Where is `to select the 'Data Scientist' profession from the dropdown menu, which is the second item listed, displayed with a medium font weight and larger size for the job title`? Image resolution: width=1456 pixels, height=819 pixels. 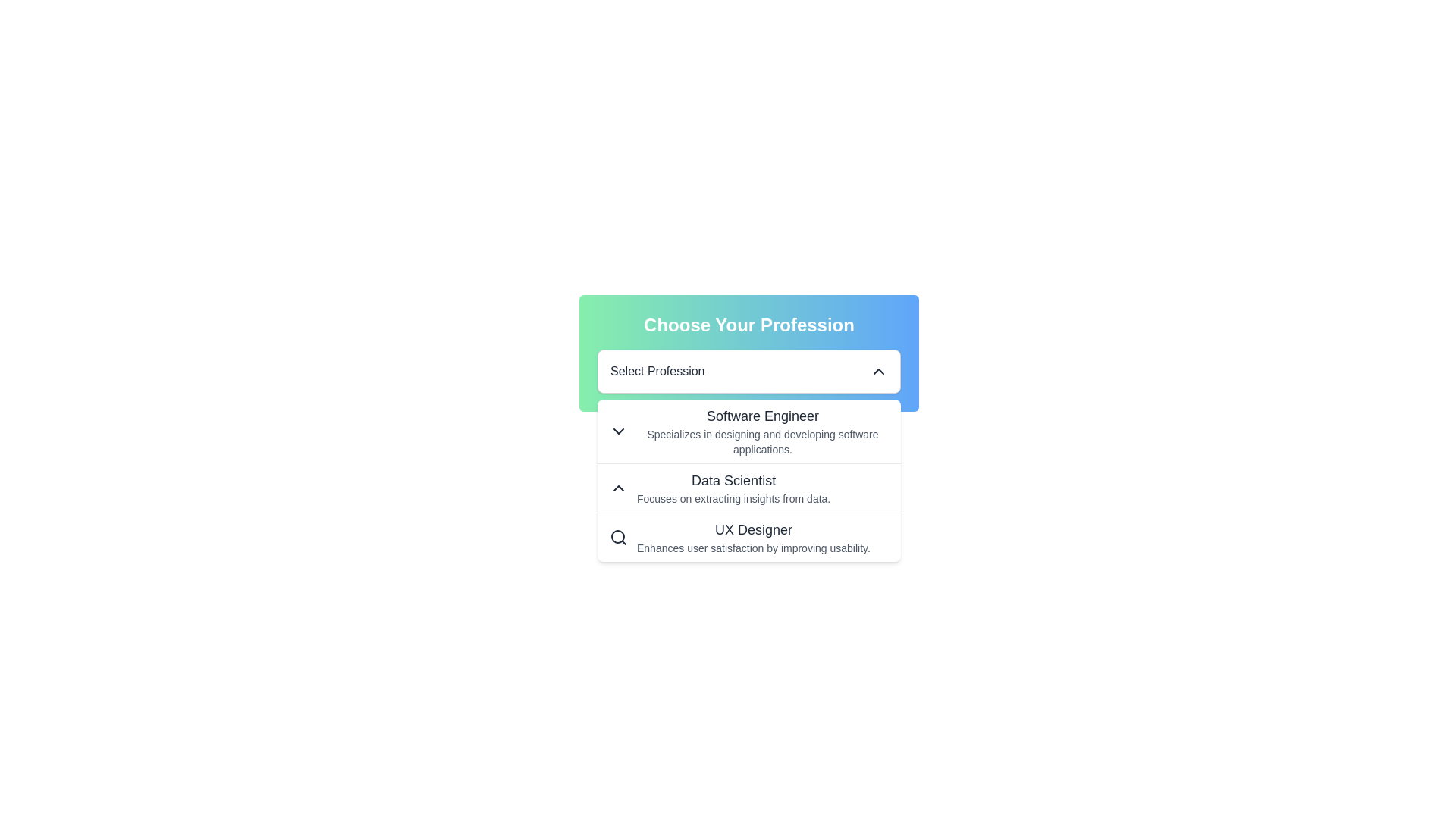 to select the 'Data Scientist' profession from the dropdown menu, which is the second item listed, displayed with a medium font weight and larger size for the job title is located at coordinates (733, 488).